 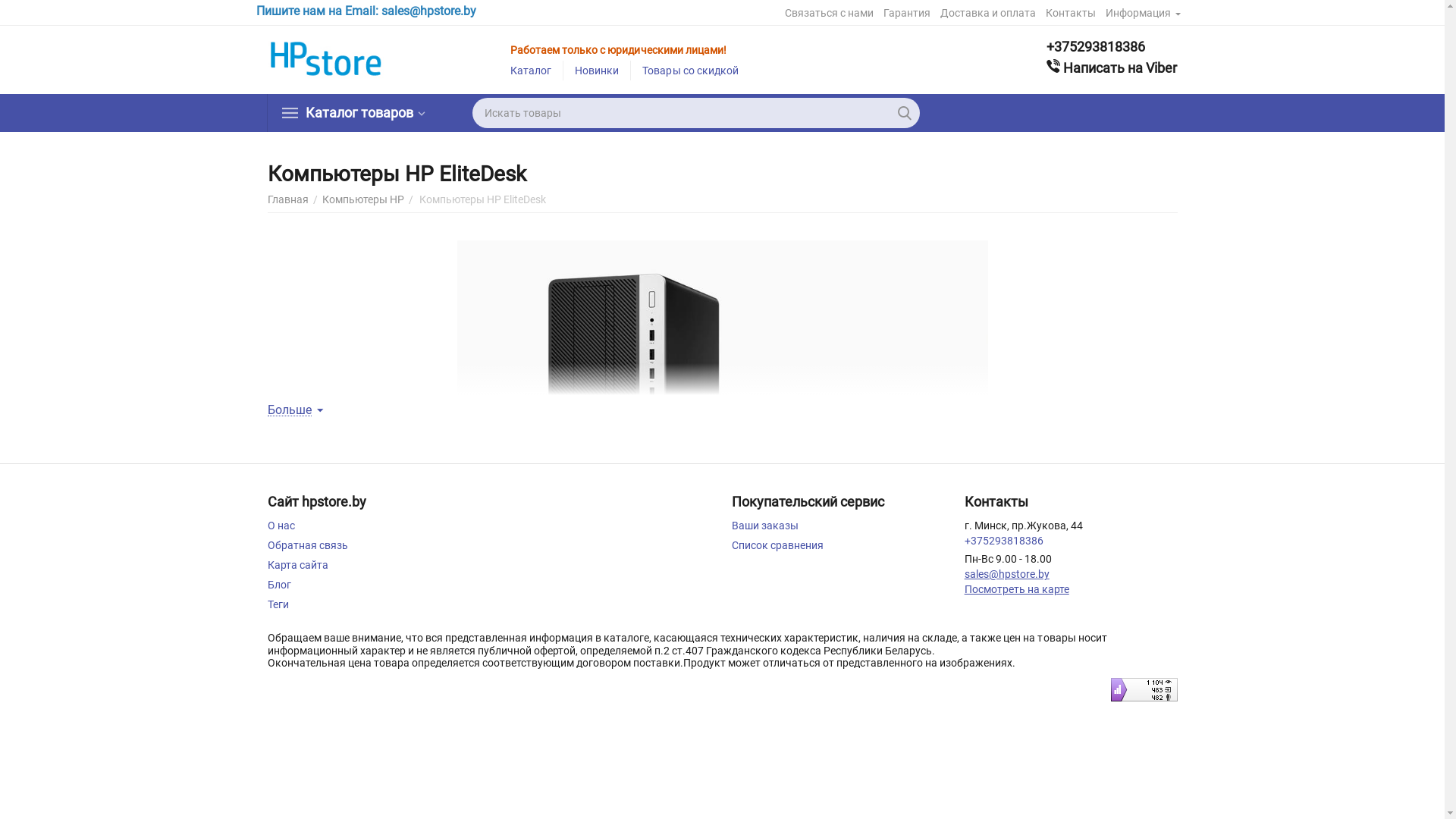 What do you see at coordinates (326, 58) in the screenshot?
I see `'HPstore.by'` at bounding box center [326, 58].